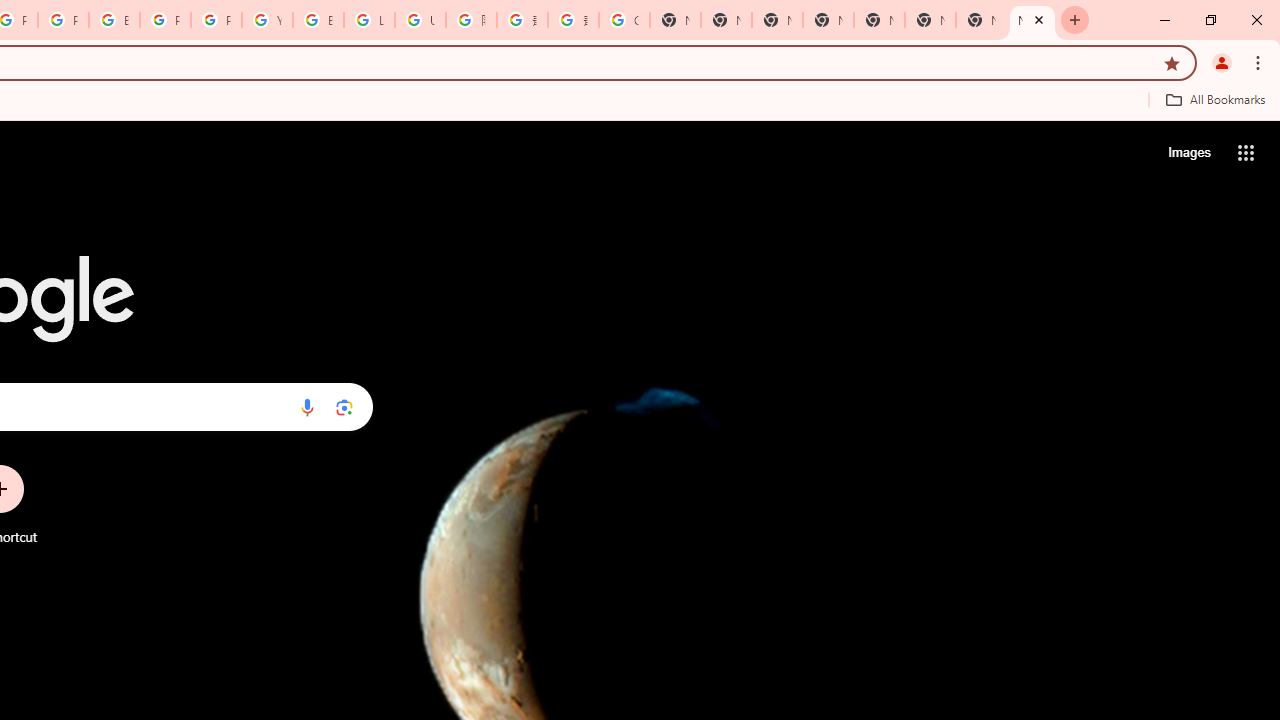 The width and height of the screenshot is (1280, 720). What do you see at coordinates (64, 20) in the screenshot?
I see `'Privacy Help Center - Policies Help'` at bounding box center [64, 20].